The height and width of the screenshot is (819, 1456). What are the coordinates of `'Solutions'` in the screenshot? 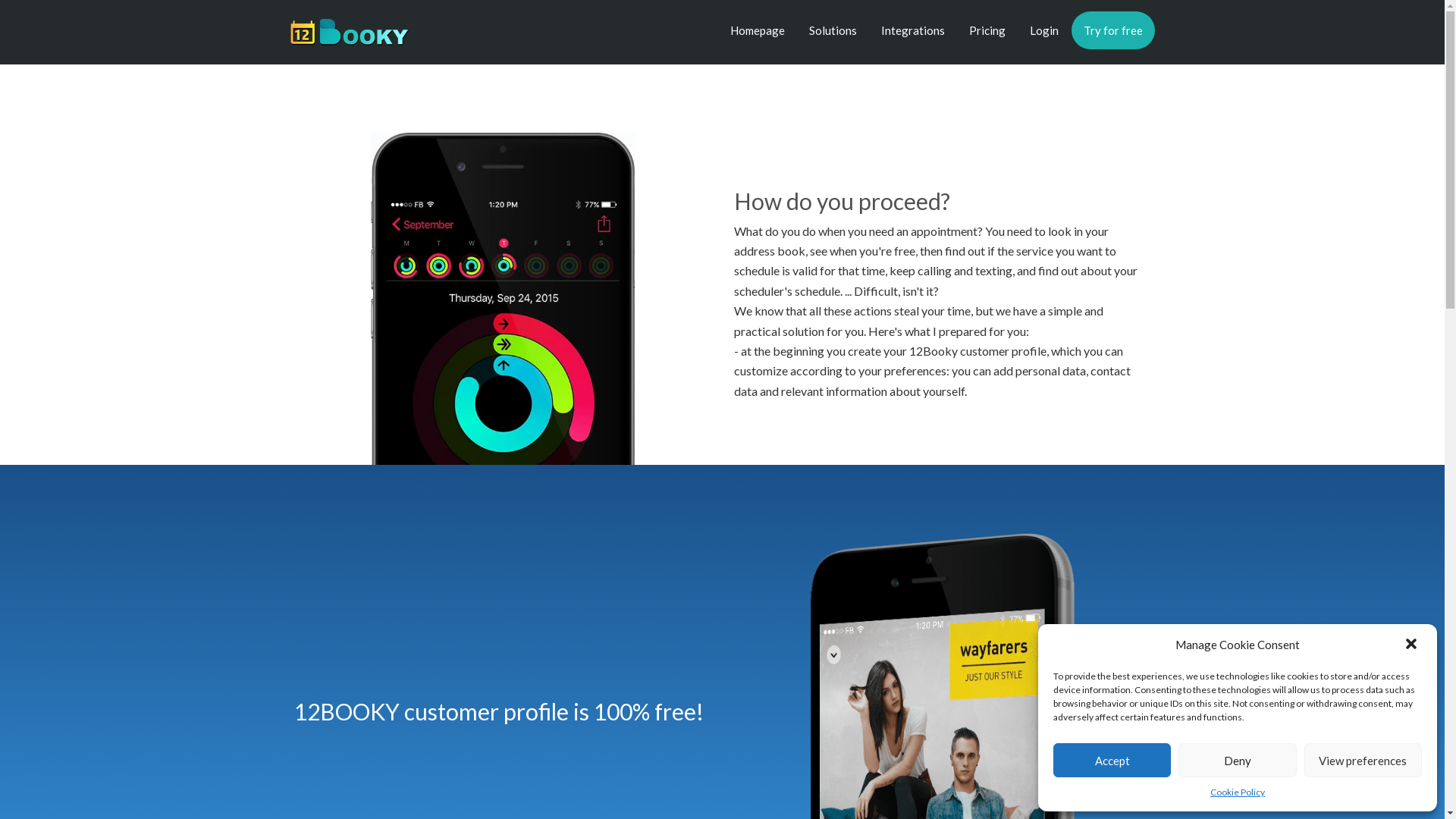 It's located at (831, 30).